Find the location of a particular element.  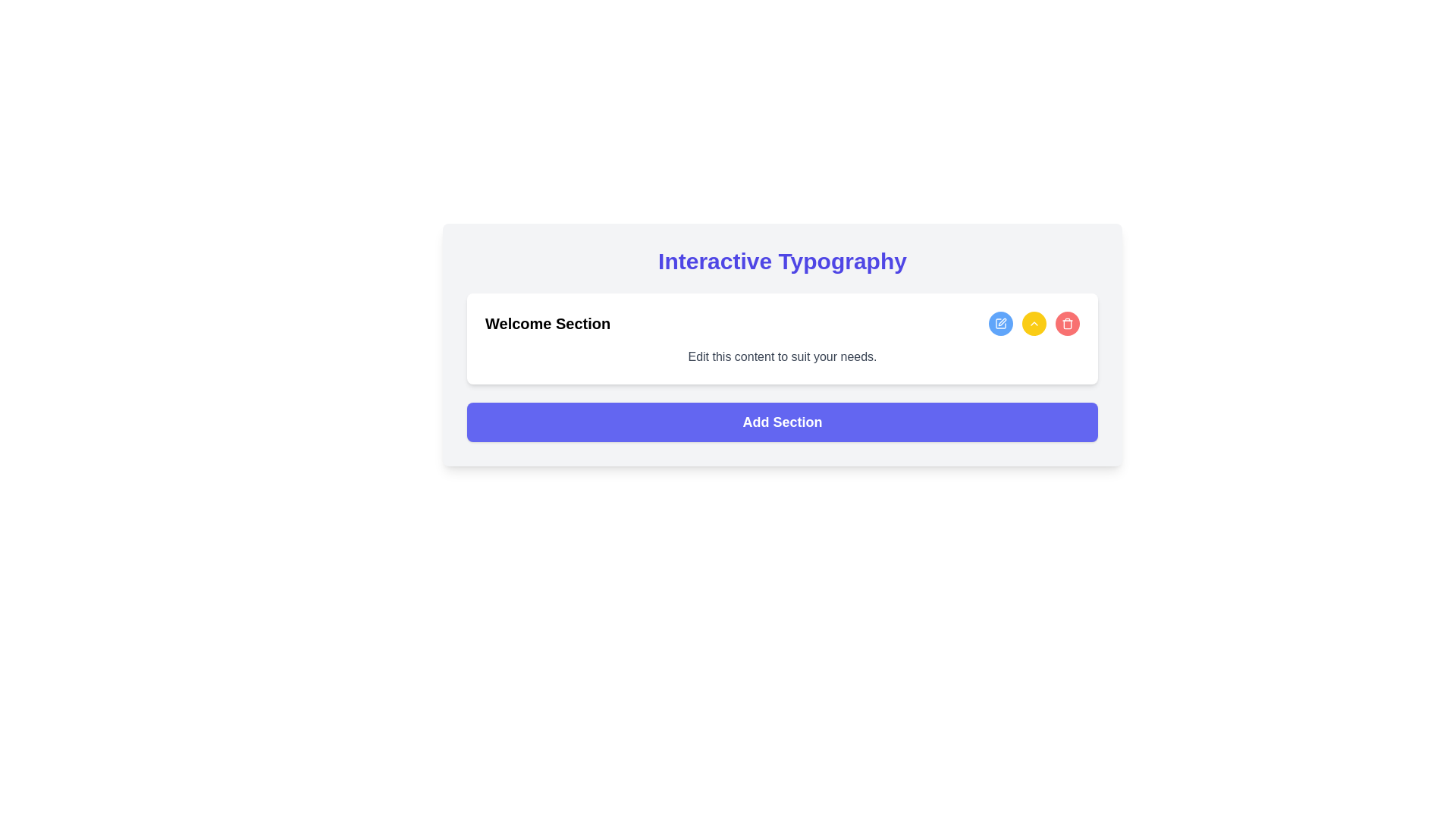

the fourth circular button in the horizontal row of buttons on the right end of the card is located at coordinates (1066, 323).